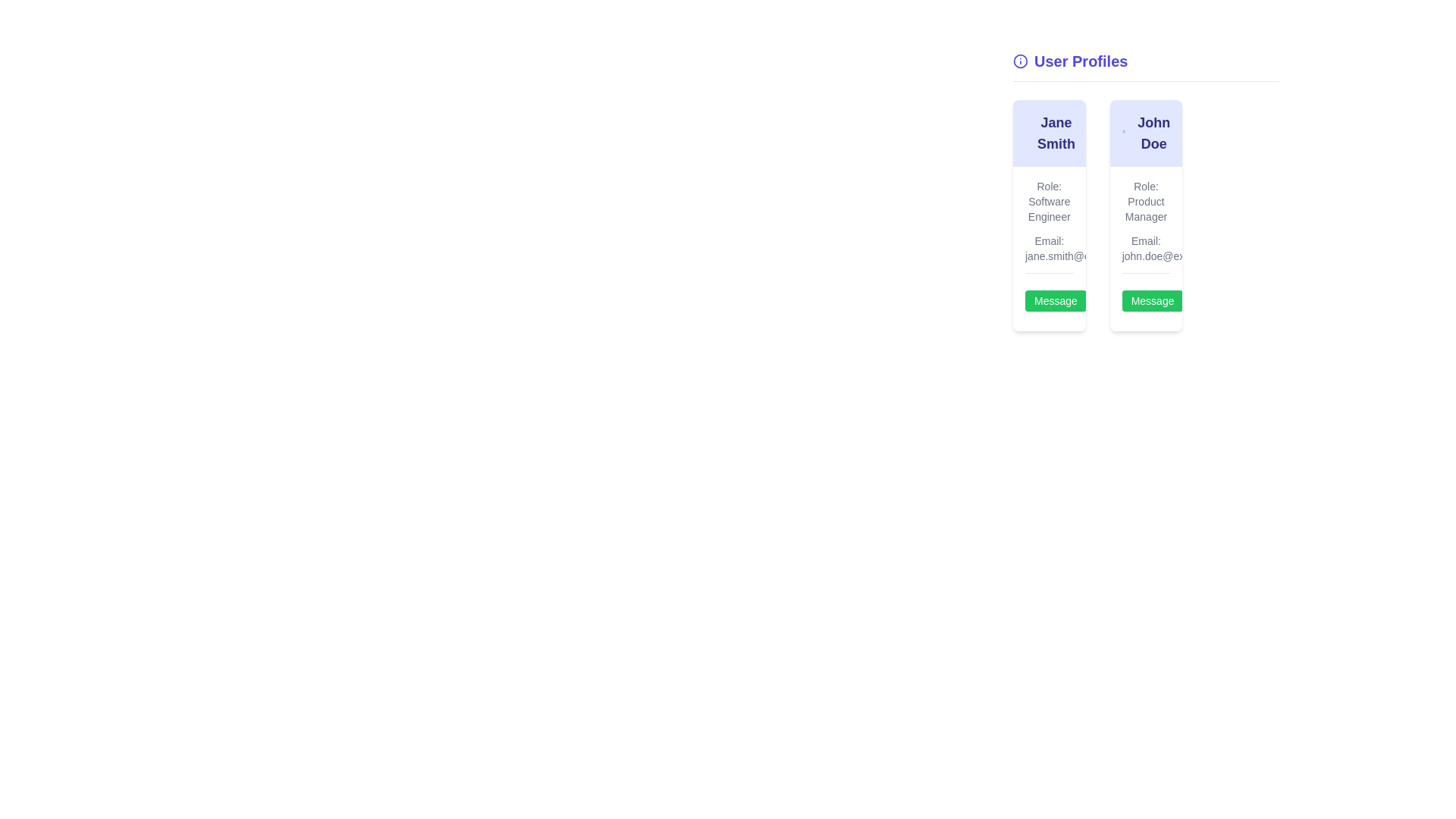 The height and width of the screenshot is (819, 1456). What do you see at coordinates (1146, 133) in the screenshot?
I see `the 'John Doe' text element` at bounding box center [1146, 133].